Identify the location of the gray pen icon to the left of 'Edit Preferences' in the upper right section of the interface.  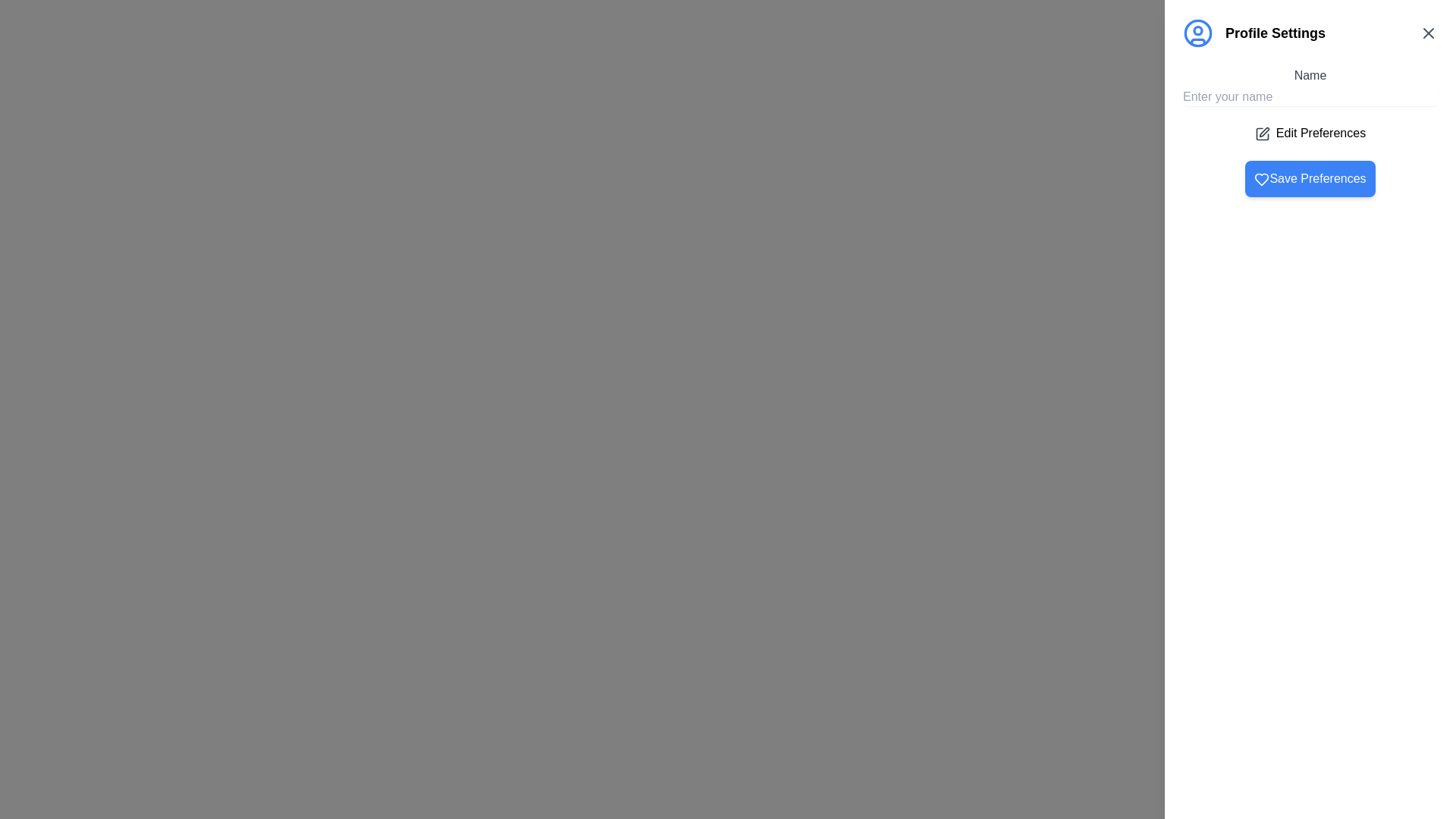
(1262, 133).